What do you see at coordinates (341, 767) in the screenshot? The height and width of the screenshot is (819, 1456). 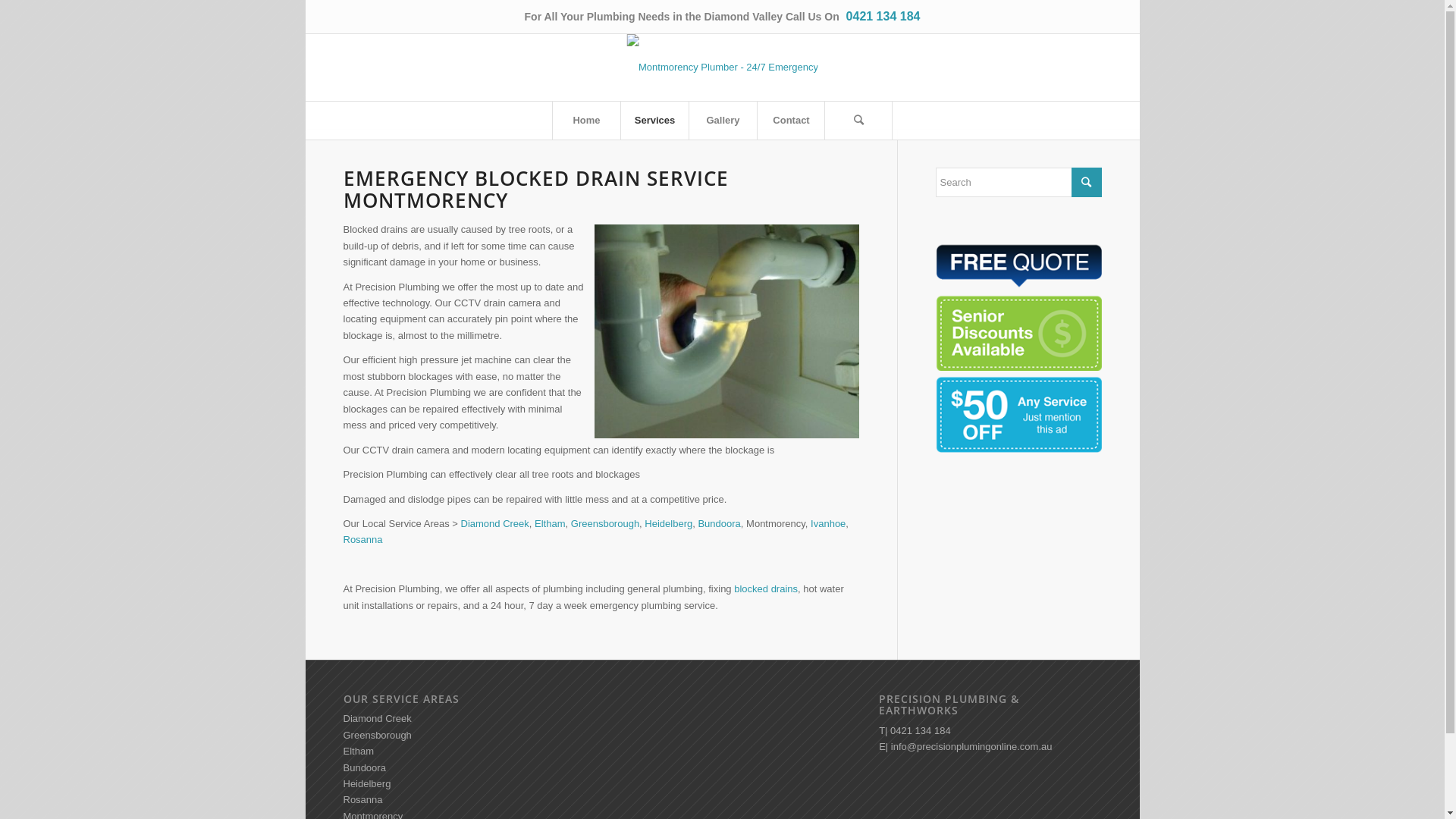 I see `'Bundoora'` at bounding box center [341, 767].